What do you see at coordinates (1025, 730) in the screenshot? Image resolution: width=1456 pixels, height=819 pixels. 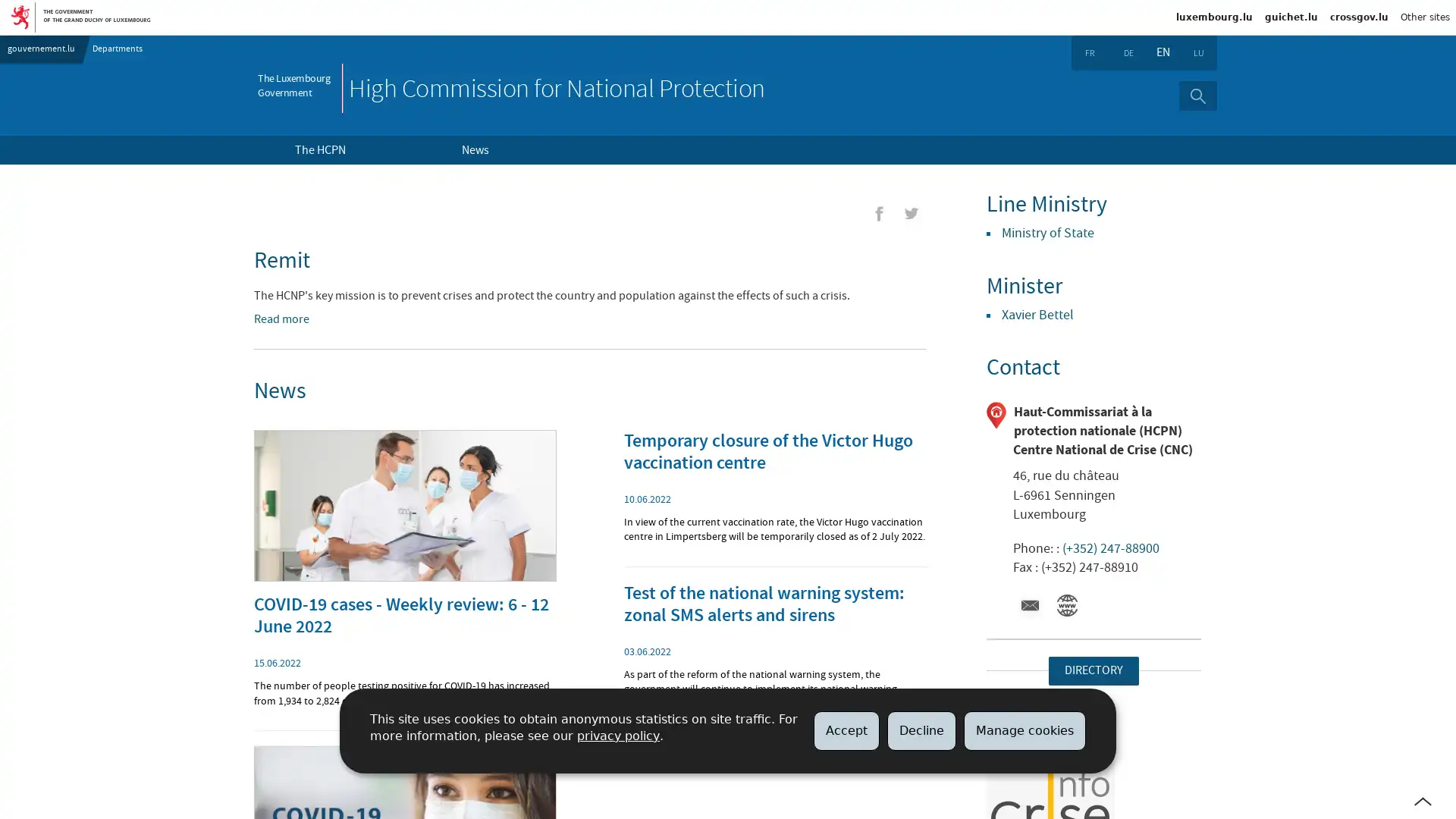 I see `Manage cookies` at bounding box center [1025, 730].